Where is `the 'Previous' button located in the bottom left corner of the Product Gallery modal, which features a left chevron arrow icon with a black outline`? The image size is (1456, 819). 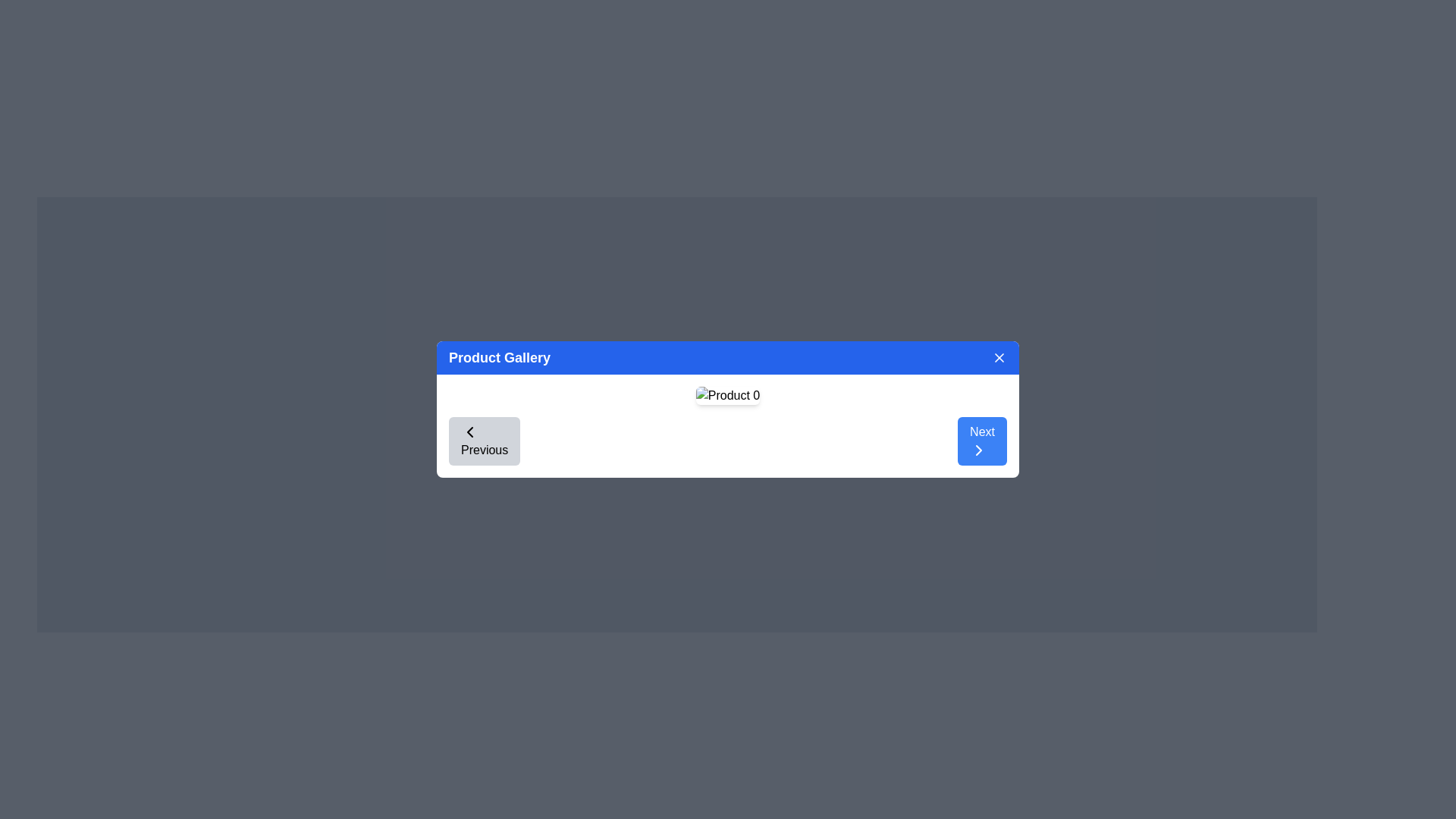 the 'Previous' button located in the bottom left corner of the Product Gallery modal, which features a left chevron arrow icon with a black outline is located at coordinates (469, 432).